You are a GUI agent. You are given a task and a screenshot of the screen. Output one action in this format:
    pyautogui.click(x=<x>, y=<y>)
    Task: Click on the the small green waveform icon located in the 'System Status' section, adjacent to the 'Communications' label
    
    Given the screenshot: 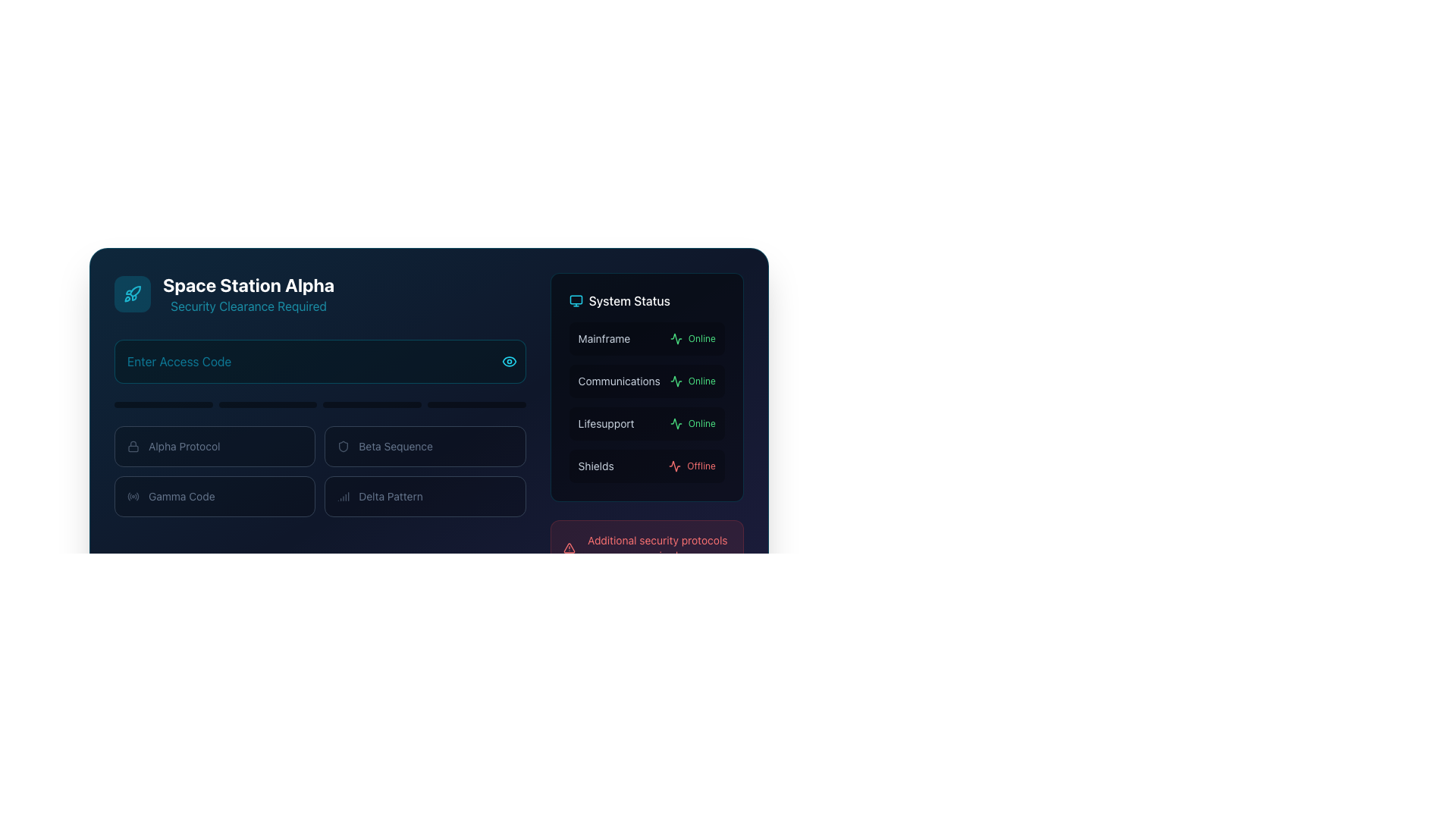 What is the action you would take?
    pyautogui.click(x=675, y=338)
    